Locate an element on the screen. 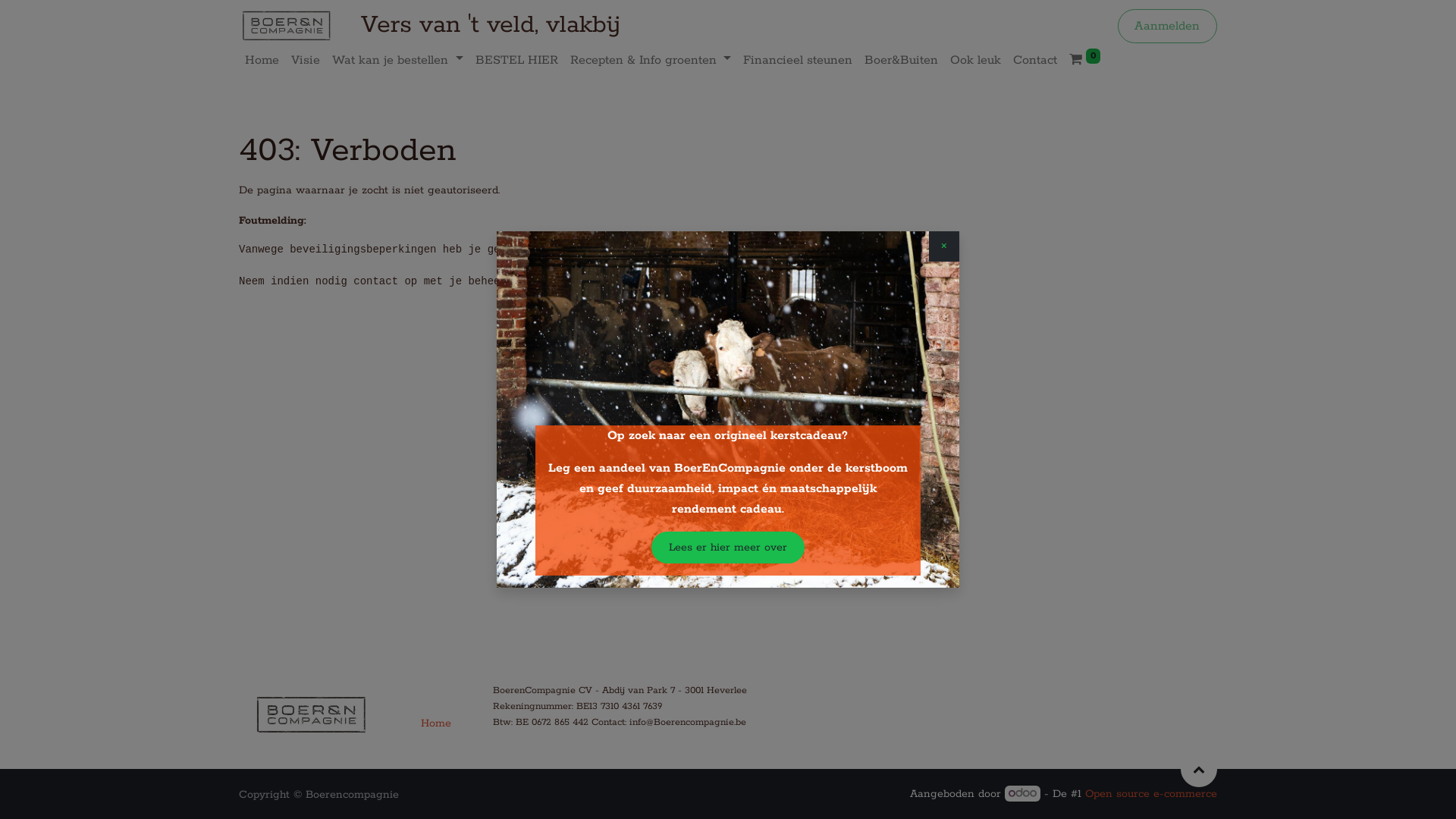 The height and width of the screenshot is (819, 1456). 'Ook leuk' is located at coordinates (975, 59).